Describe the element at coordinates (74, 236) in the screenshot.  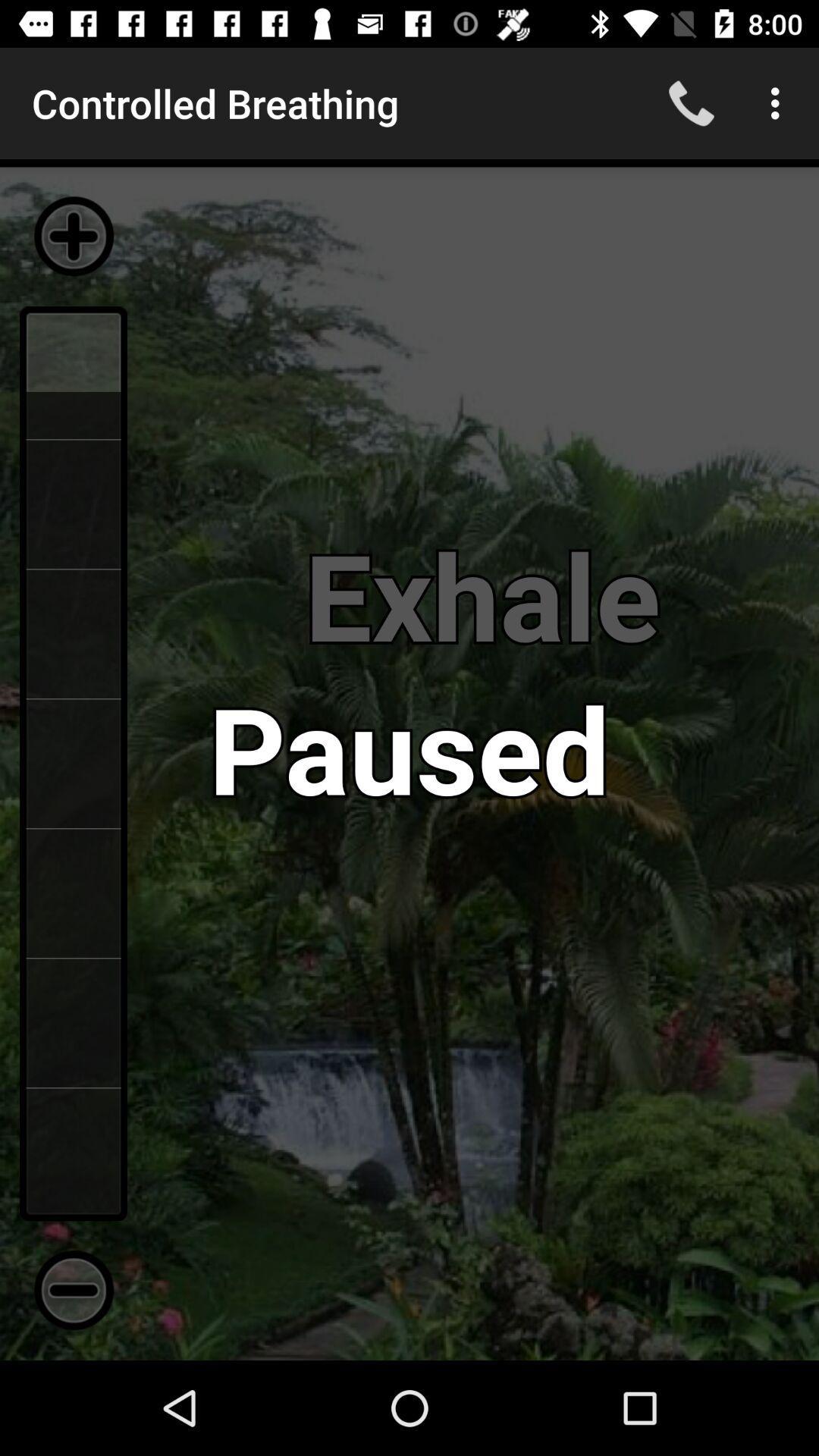
I see `the add icon` at that location.